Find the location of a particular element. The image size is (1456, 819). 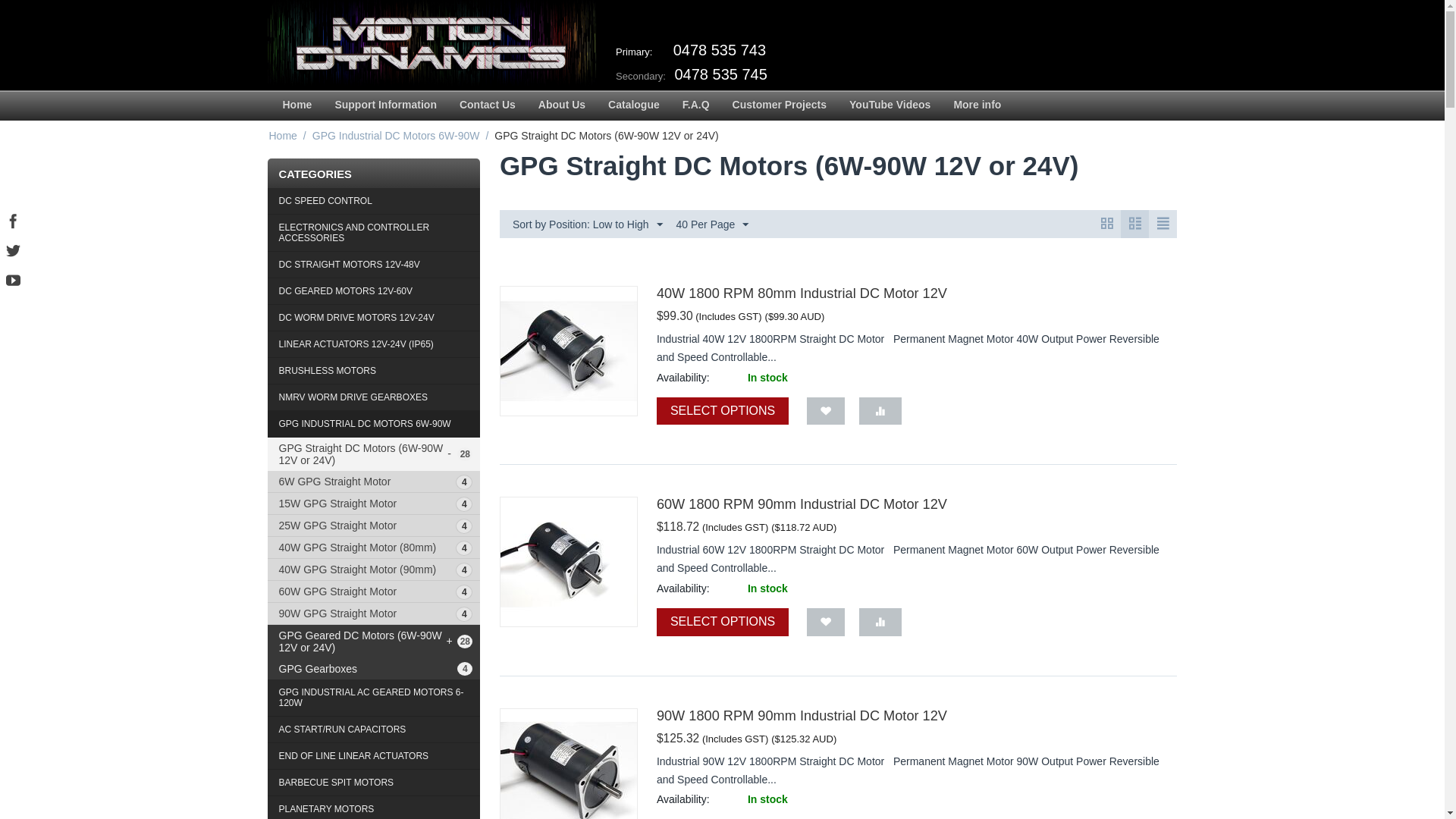

'BARBECUE SPIT MOTORS' is located at coordinates (373, 783).